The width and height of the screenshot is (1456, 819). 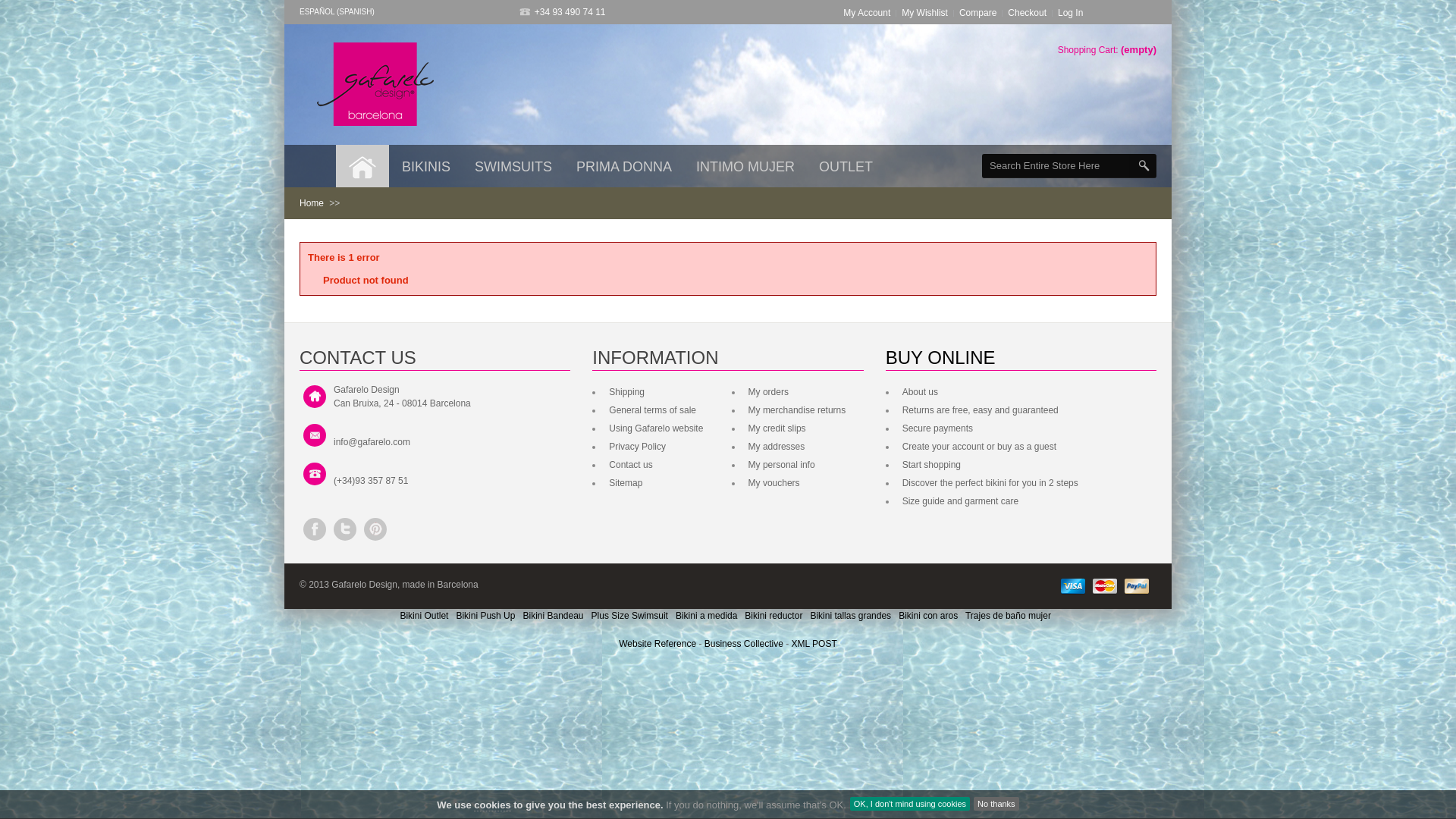 I want to click on 'Business Collective', so click(x=704, y=643).